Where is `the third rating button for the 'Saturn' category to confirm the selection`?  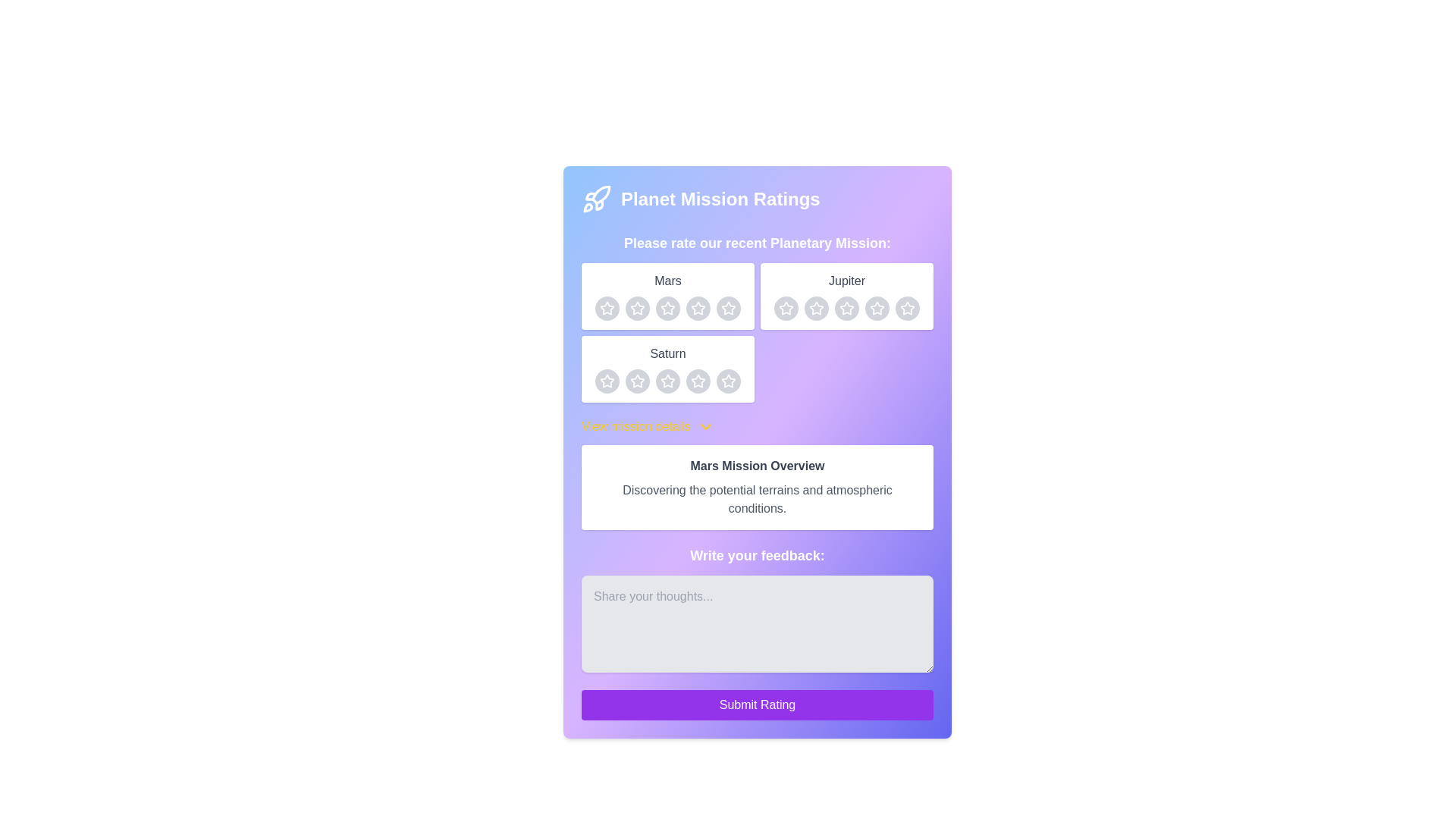
the third rating button for the 'Saturn' category to confirm the selection is located at coordinates (667, 380).